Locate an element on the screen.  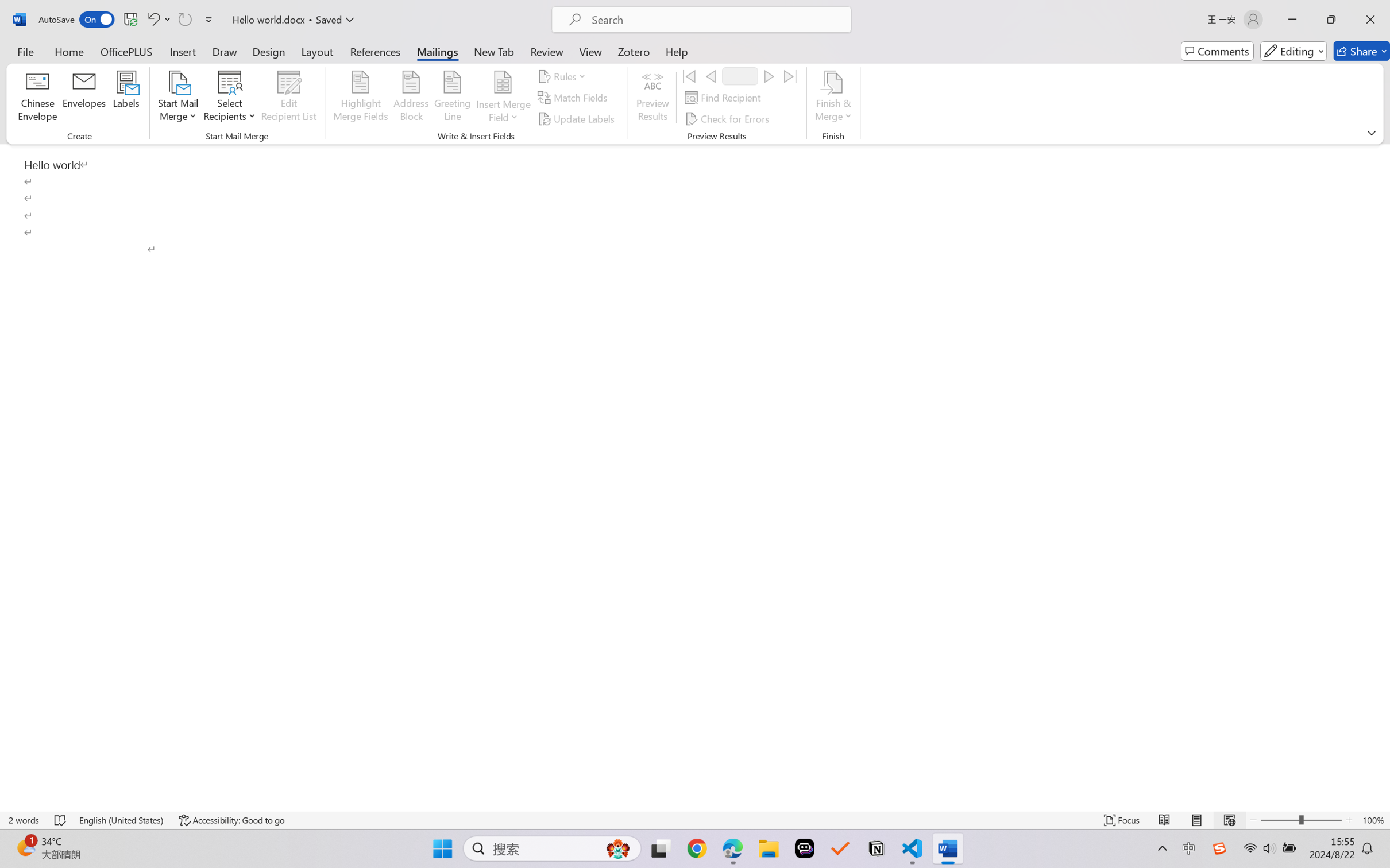
'Word Count 2 words' is located at coordinates (24, 820).